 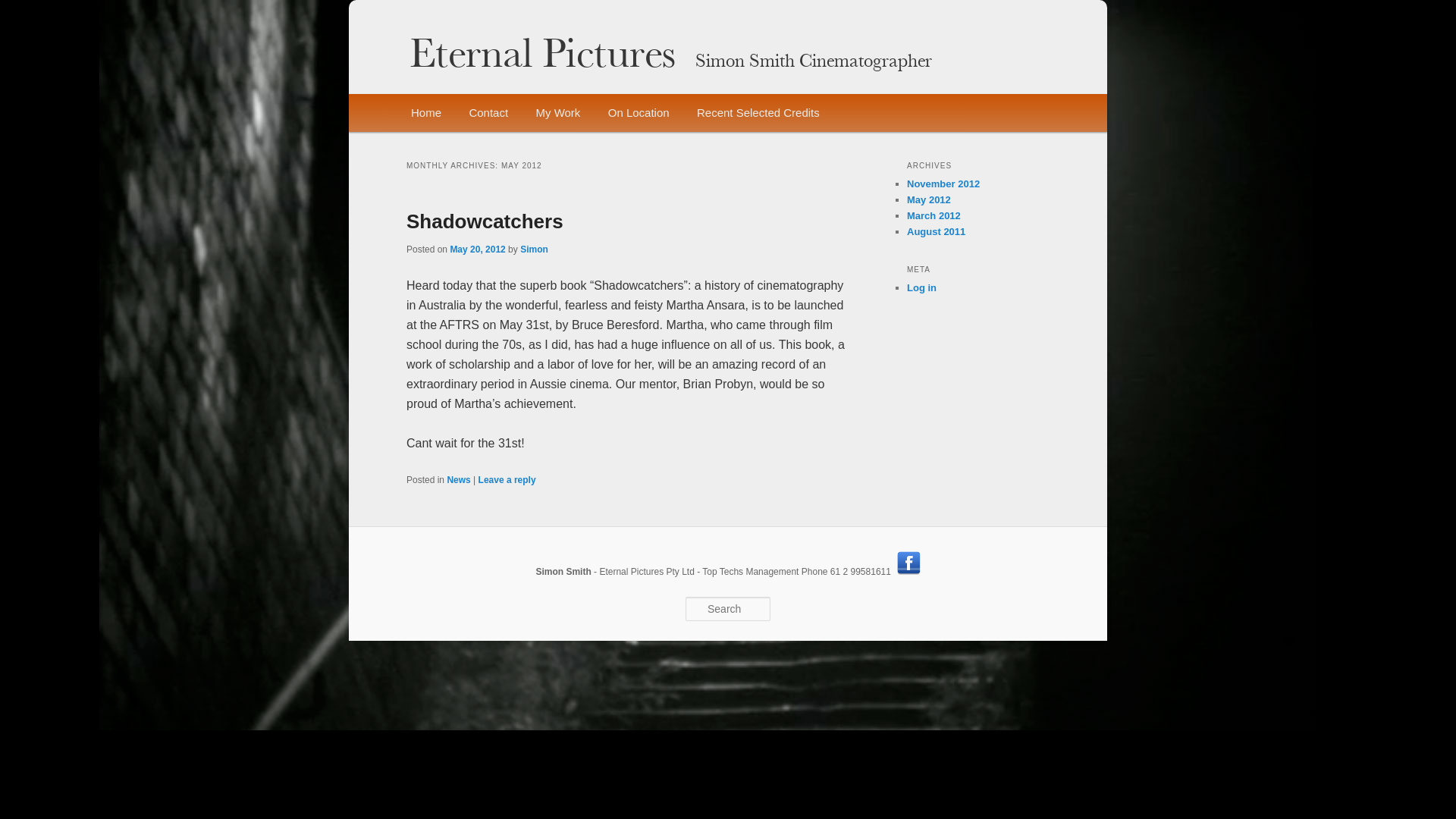 I want to click on 'Log in', so click(x=921, y=287).